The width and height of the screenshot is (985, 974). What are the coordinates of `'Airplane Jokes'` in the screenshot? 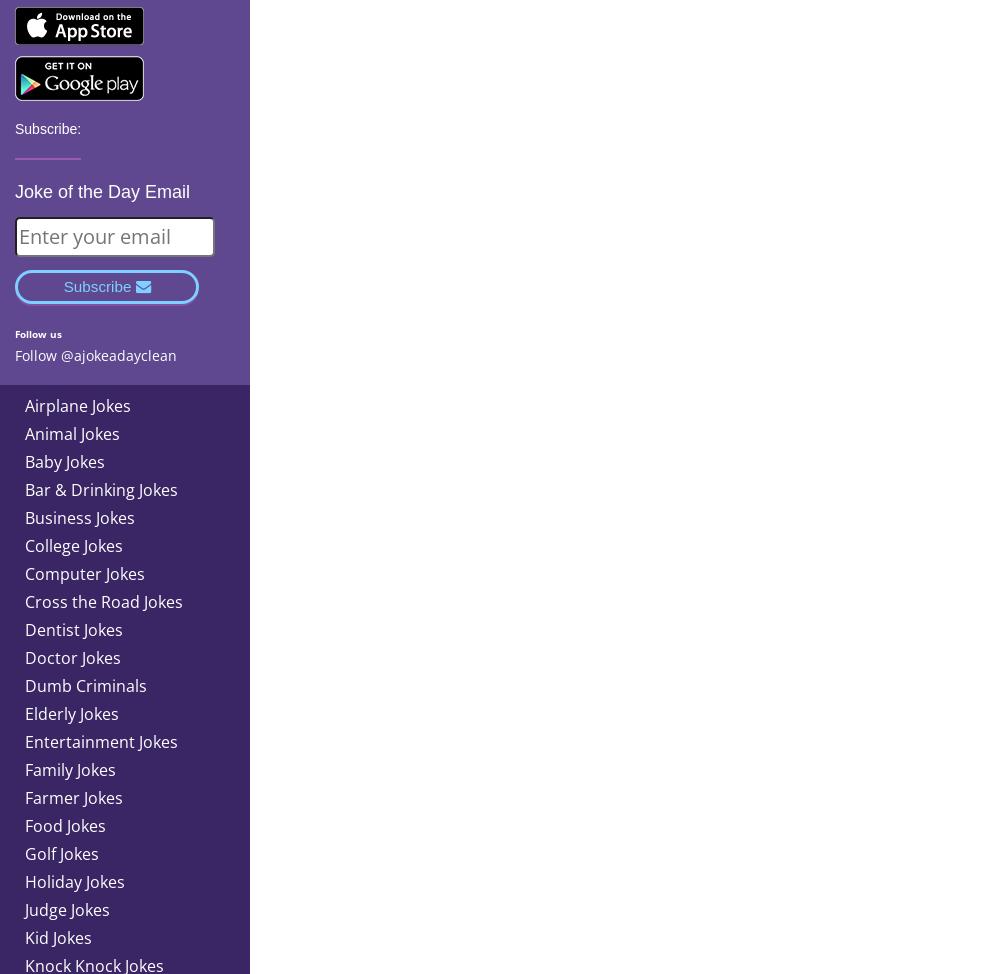 It's located at (77, 404).